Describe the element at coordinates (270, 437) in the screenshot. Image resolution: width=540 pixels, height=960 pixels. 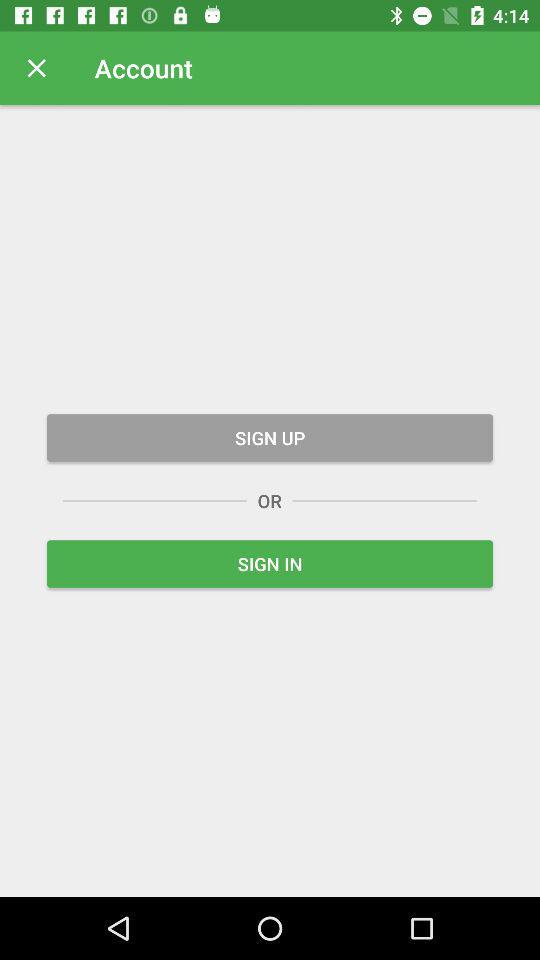
I see `sign up` at that location.